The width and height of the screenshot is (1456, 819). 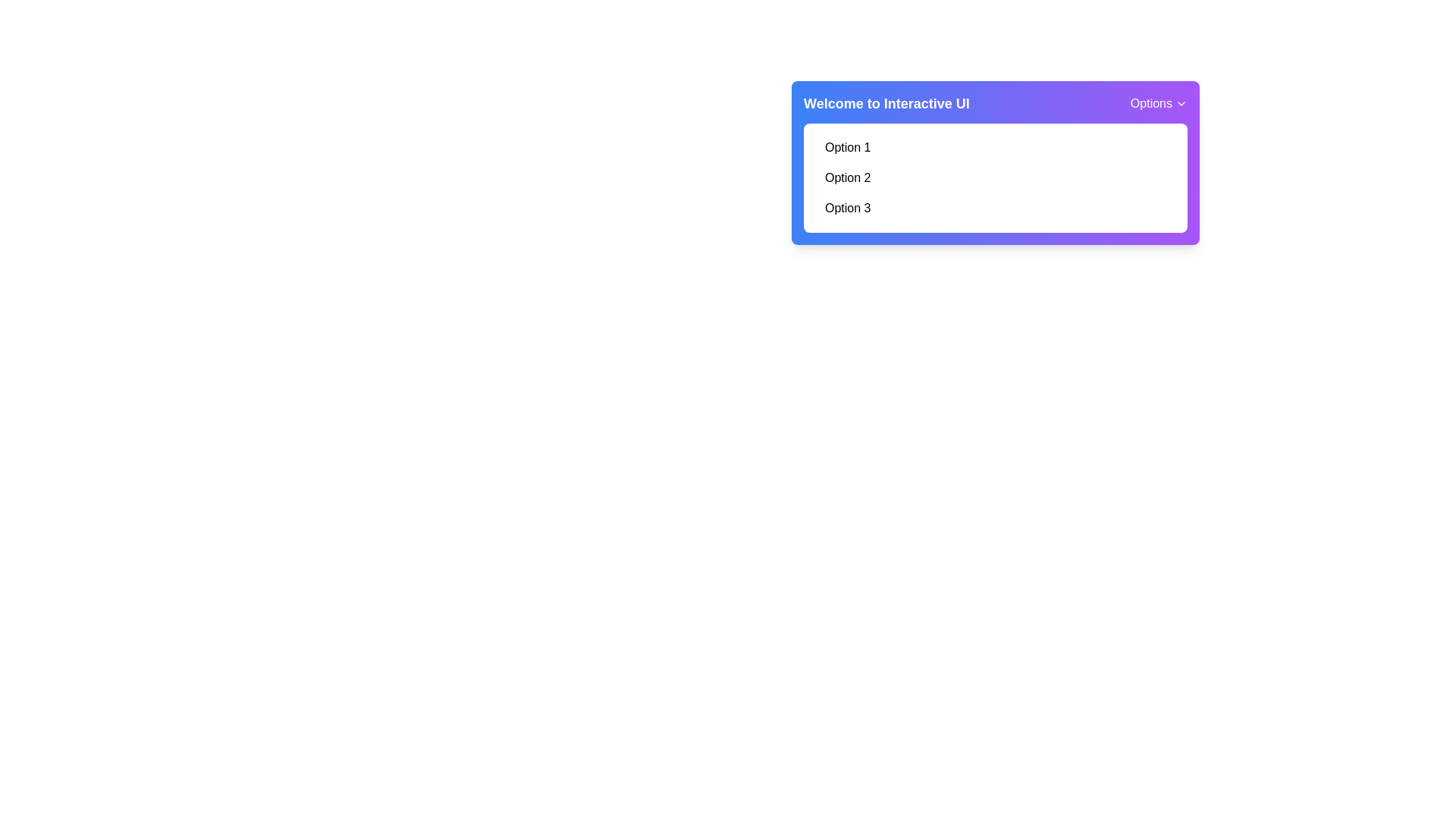 What do you see at coordinates (996, 148) in the screenshot?
I see `the first selectable list item labeled 'Option 1'` at bounding box center [996, 148].